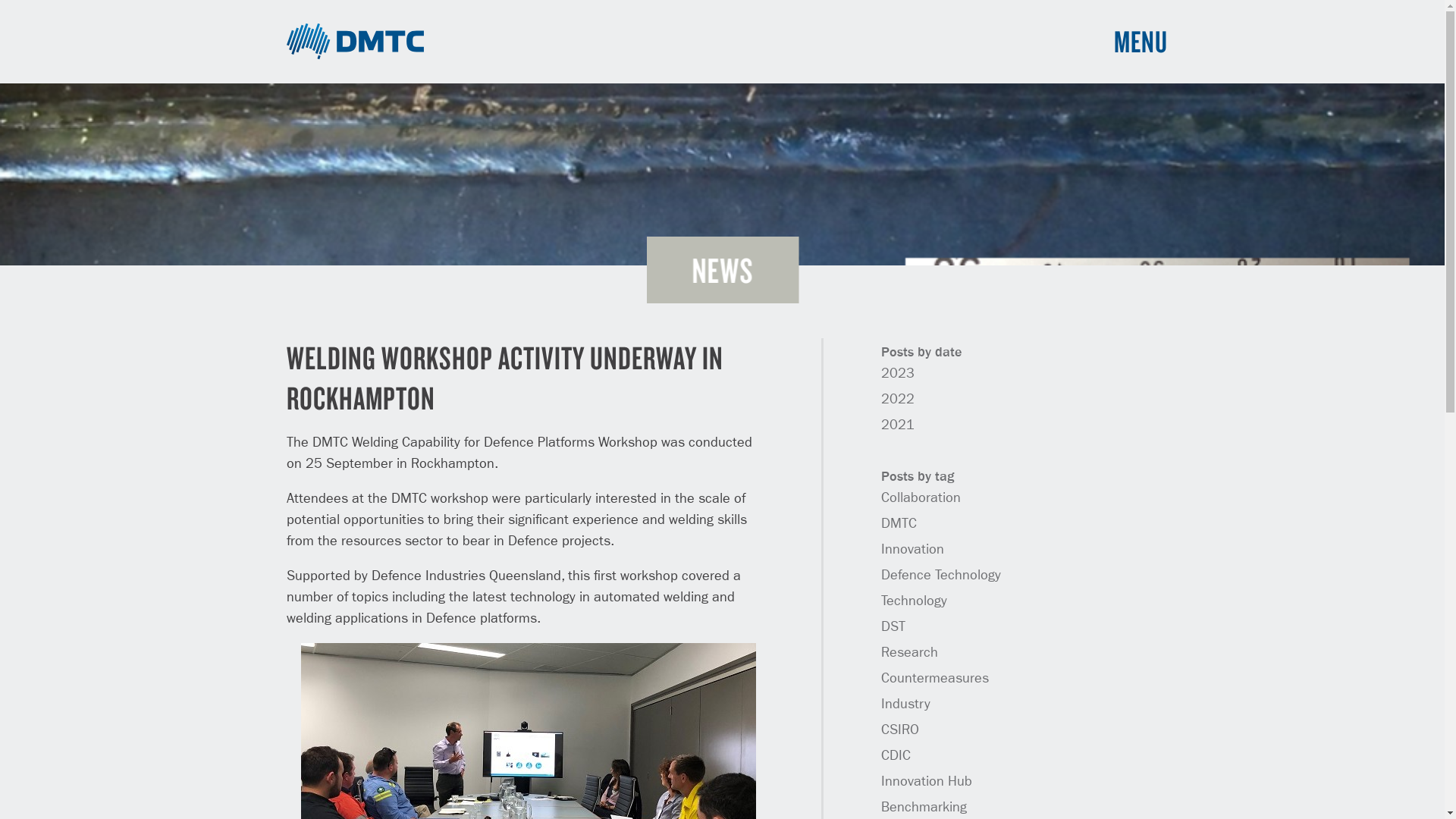 This screenshot has height=819, width=1456. What do you see at coordinates (898, 425) in the screenshot?
I see `'2021'` at bounding box center [898, 425].